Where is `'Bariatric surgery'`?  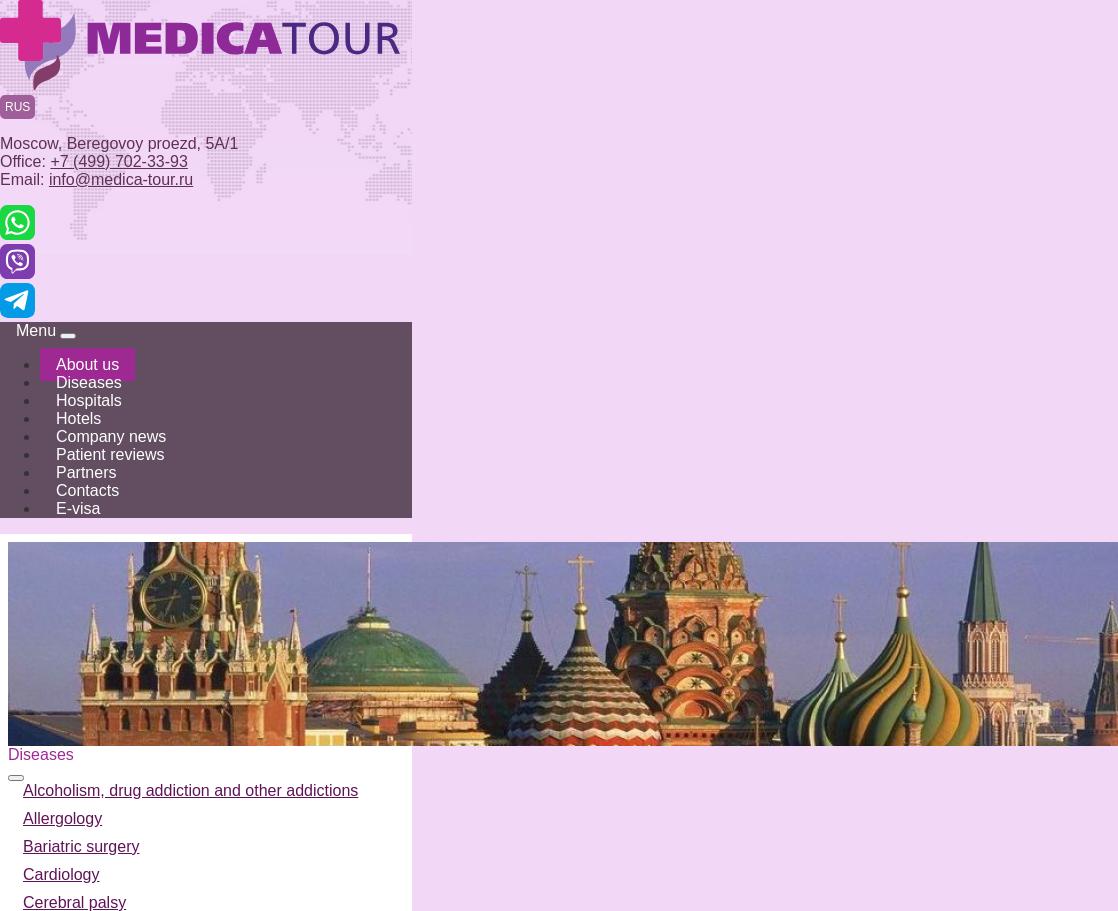
'Bariatric surgery' is located at coordinates (81, 846).